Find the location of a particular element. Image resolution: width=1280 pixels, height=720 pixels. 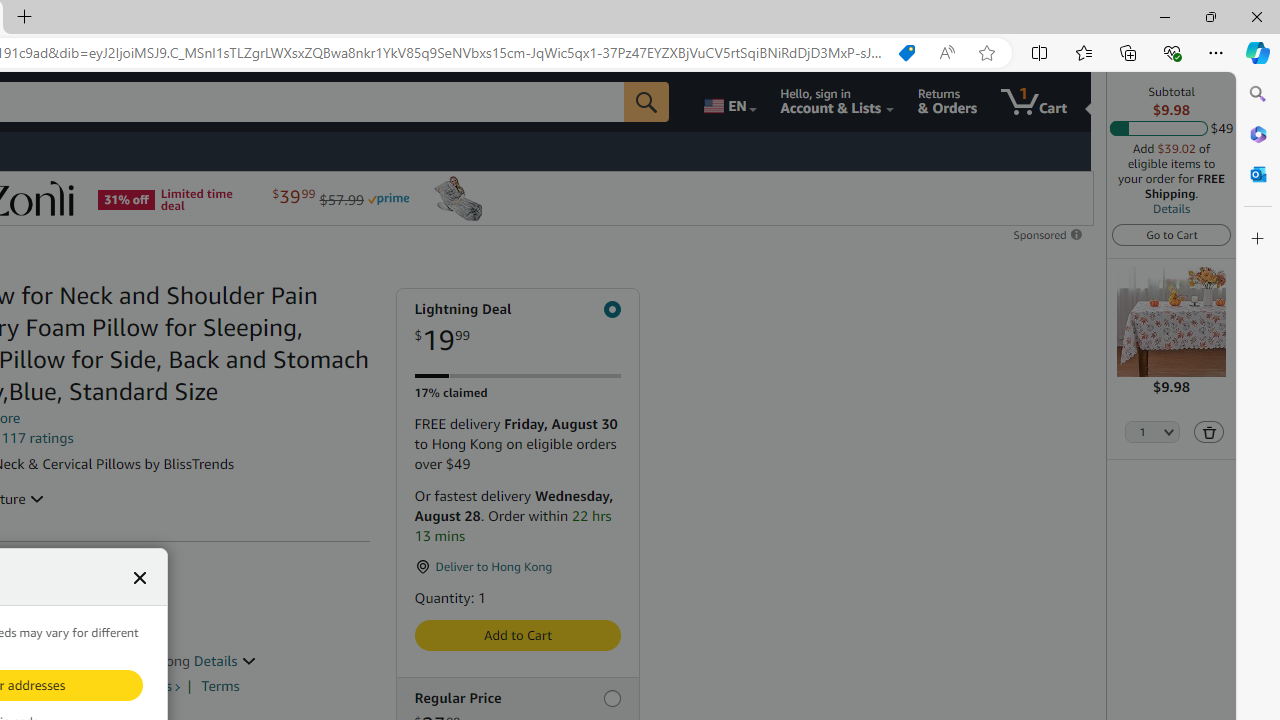

'Add to Cart' is located at coordinates (517, 635).